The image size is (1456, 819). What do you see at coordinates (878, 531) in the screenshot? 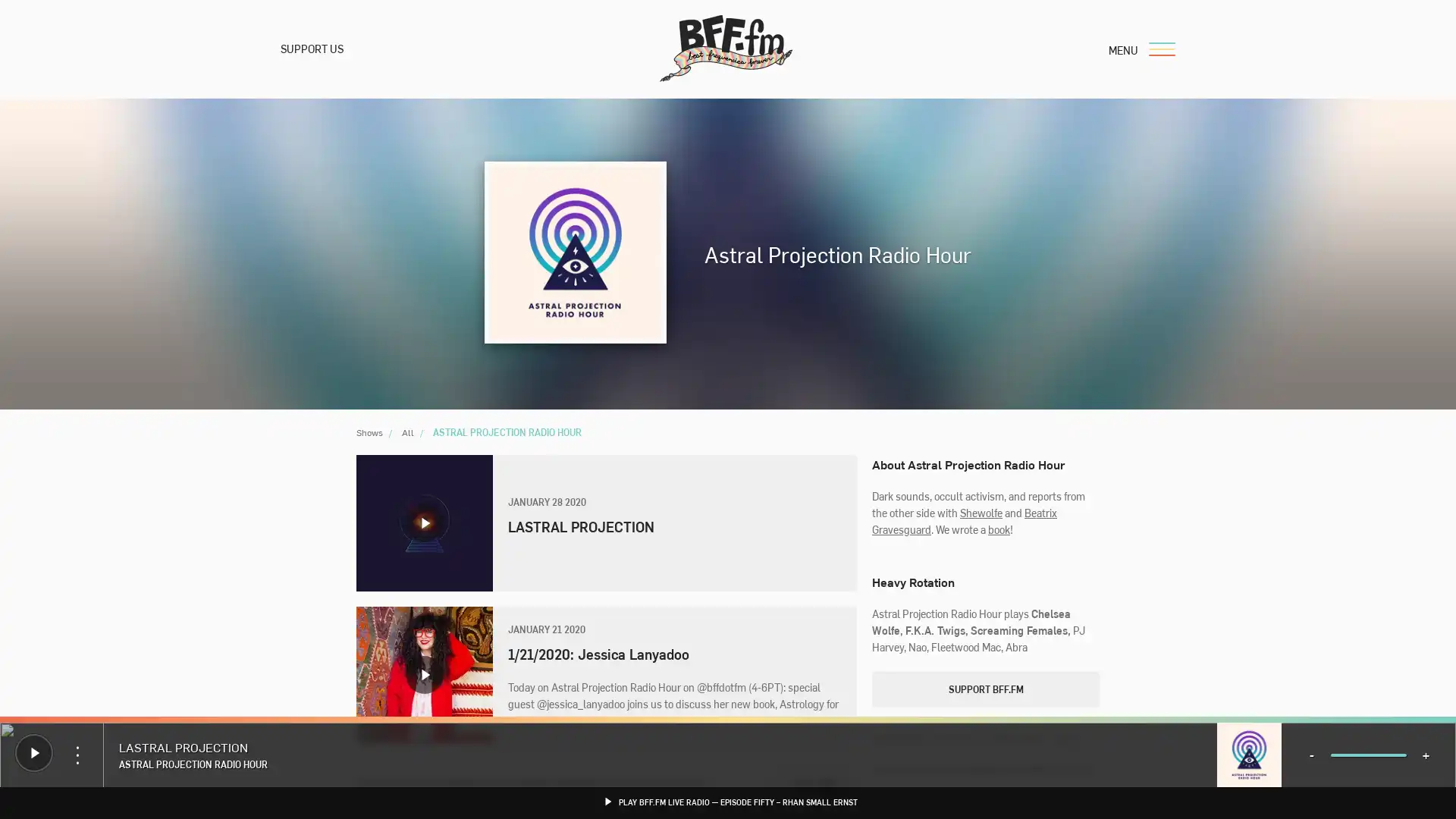
I see `Search` at bounding box center [878, 531].